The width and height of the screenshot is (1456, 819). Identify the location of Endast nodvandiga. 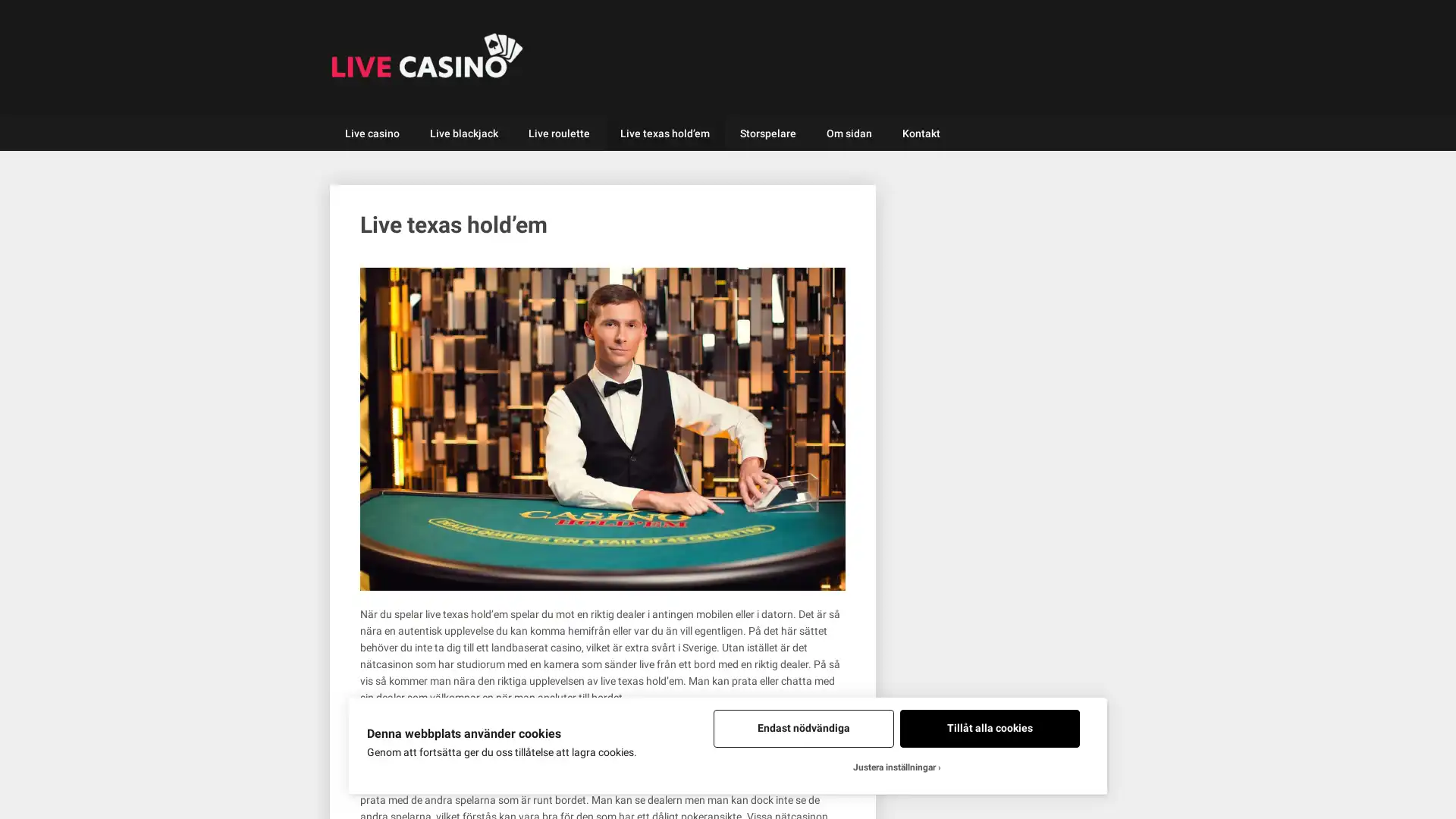
(802, 727).